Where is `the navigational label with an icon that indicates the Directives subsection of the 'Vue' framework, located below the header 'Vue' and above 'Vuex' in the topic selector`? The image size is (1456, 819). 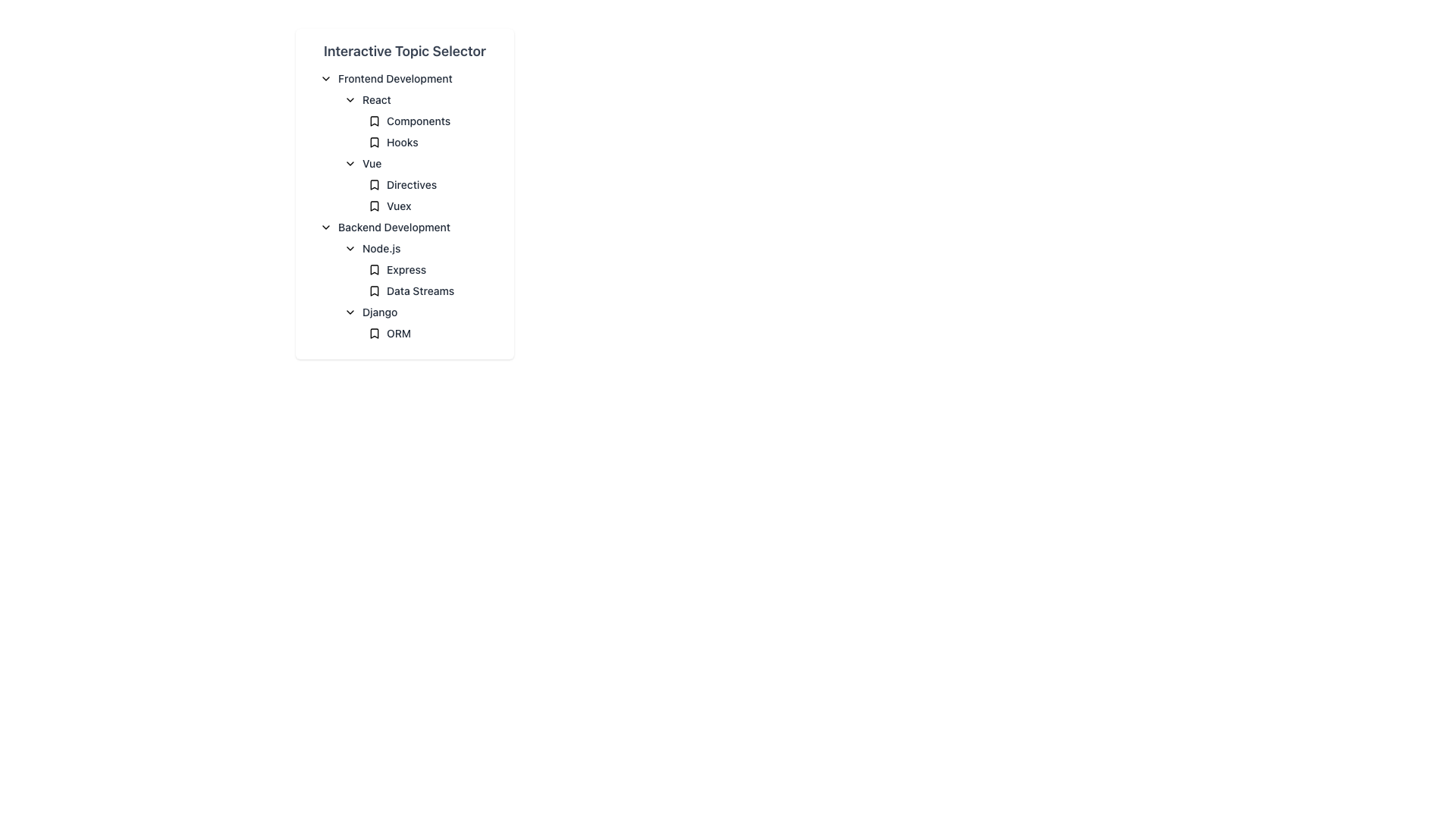 the navigational label with an icon that indicates the Directives subsection of the 'Vue' framework, located below the header 'Vue' and above 'Vuex' in the topic selector is located at coordinates (435, 184).